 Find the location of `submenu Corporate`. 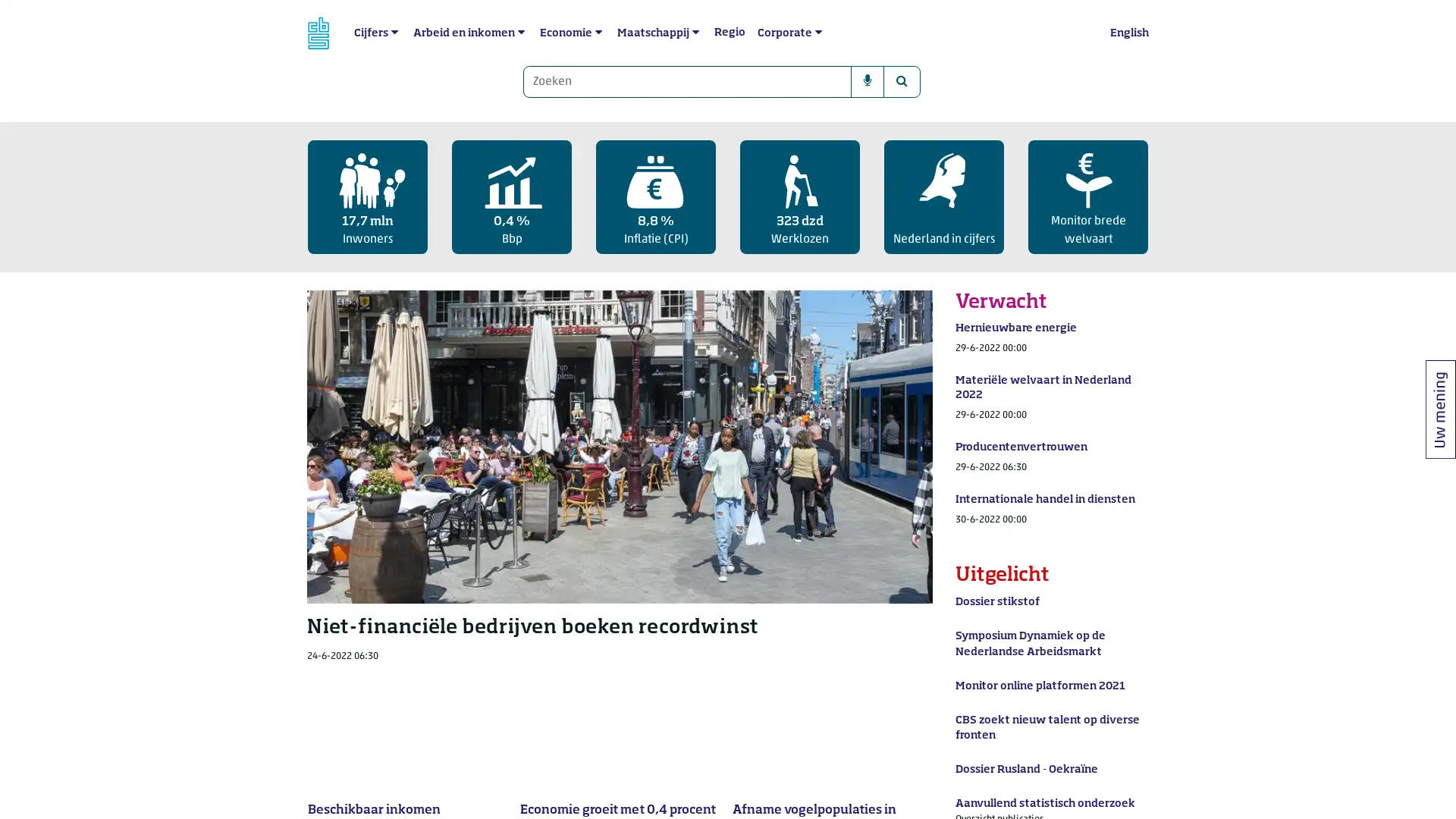

submenu Corporate is located at coordinates (817, 32).